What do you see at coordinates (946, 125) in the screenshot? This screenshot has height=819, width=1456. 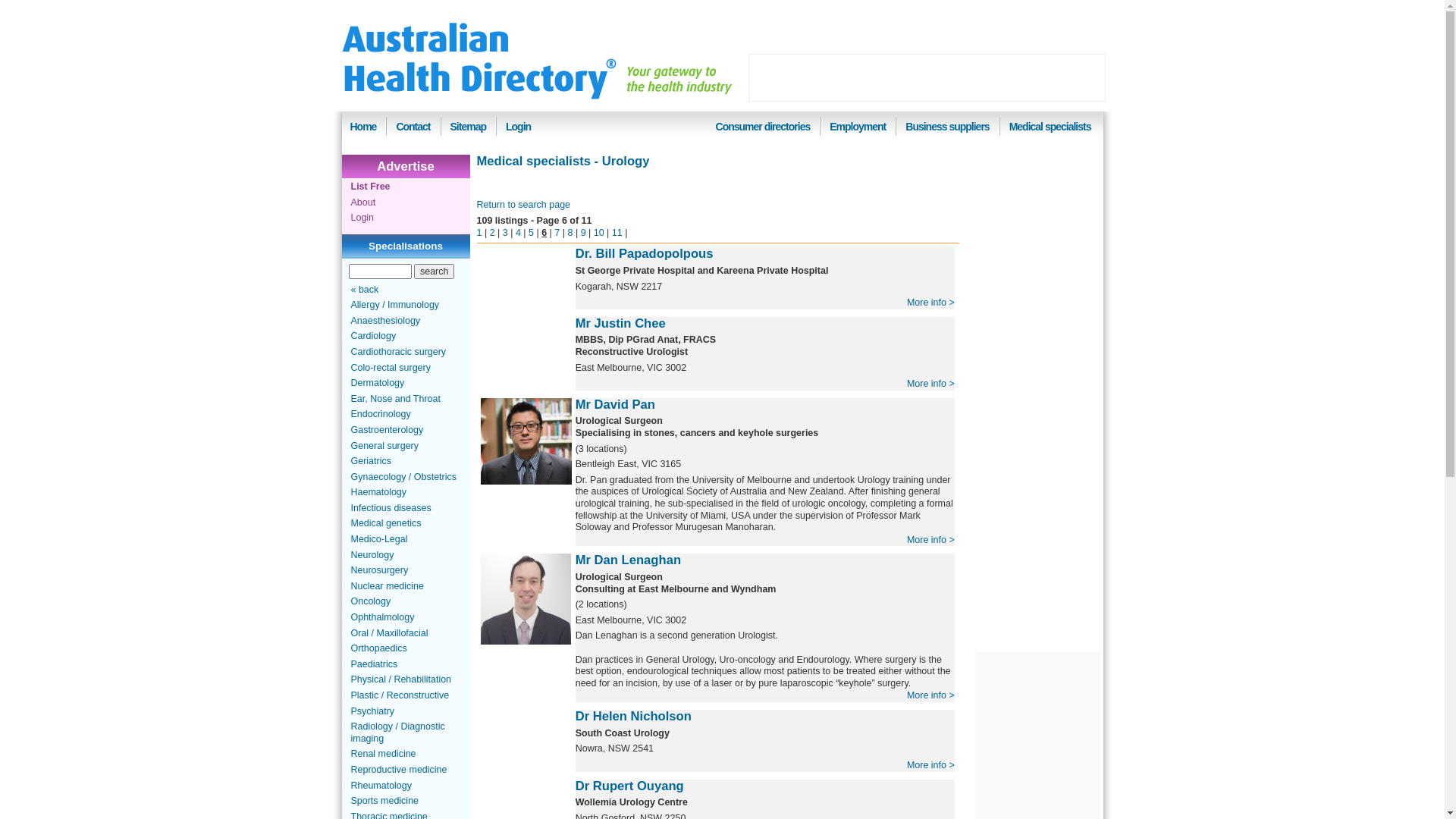 I see `'Business suppliers'` at bounding box center [946, 125].